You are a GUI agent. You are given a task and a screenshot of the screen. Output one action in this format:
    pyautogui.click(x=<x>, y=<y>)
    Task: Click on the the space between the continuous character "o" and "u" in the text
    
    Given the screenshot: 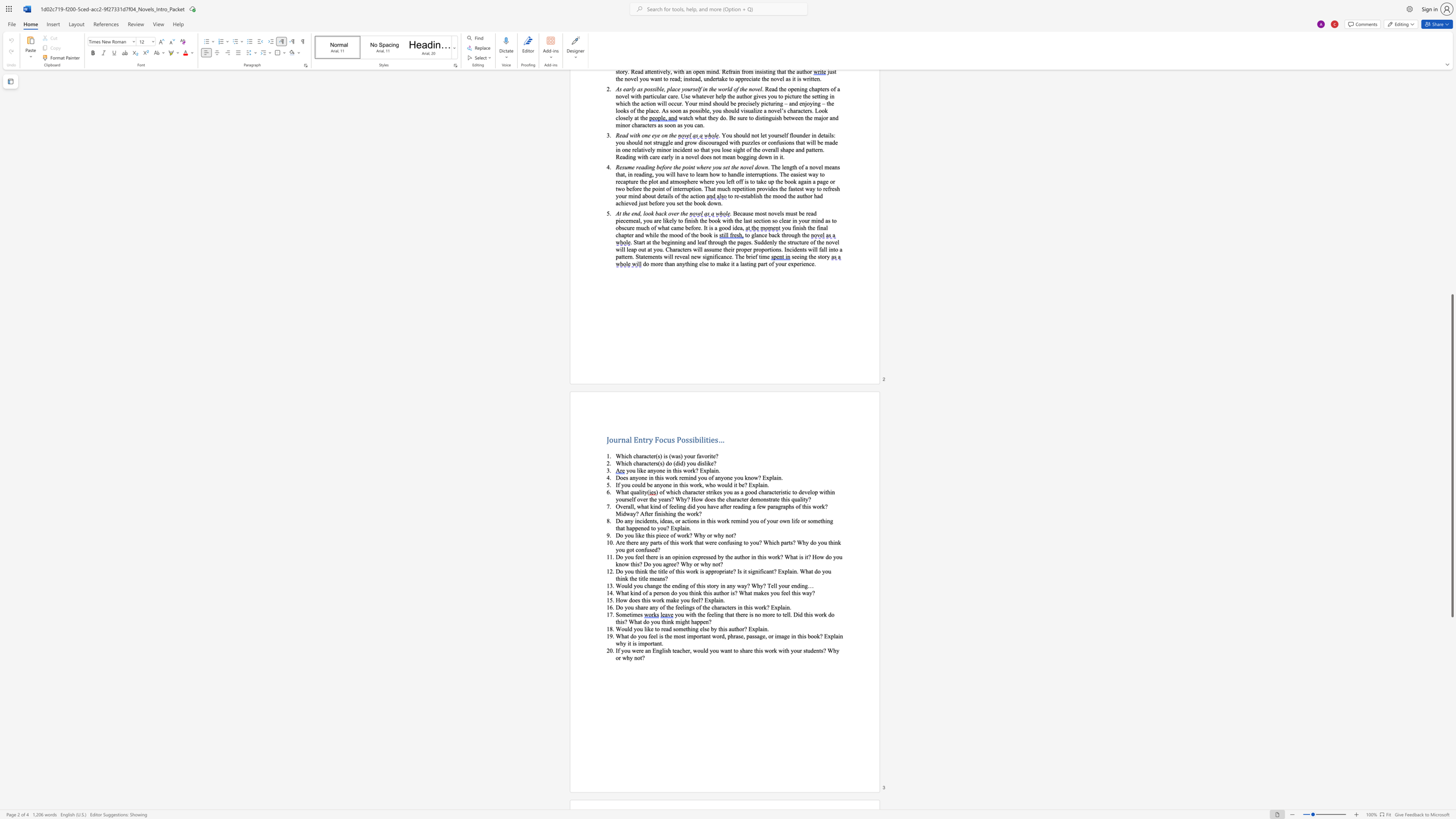 What is the action you would take?
    pyautogui.click(x=630, y=535)
    